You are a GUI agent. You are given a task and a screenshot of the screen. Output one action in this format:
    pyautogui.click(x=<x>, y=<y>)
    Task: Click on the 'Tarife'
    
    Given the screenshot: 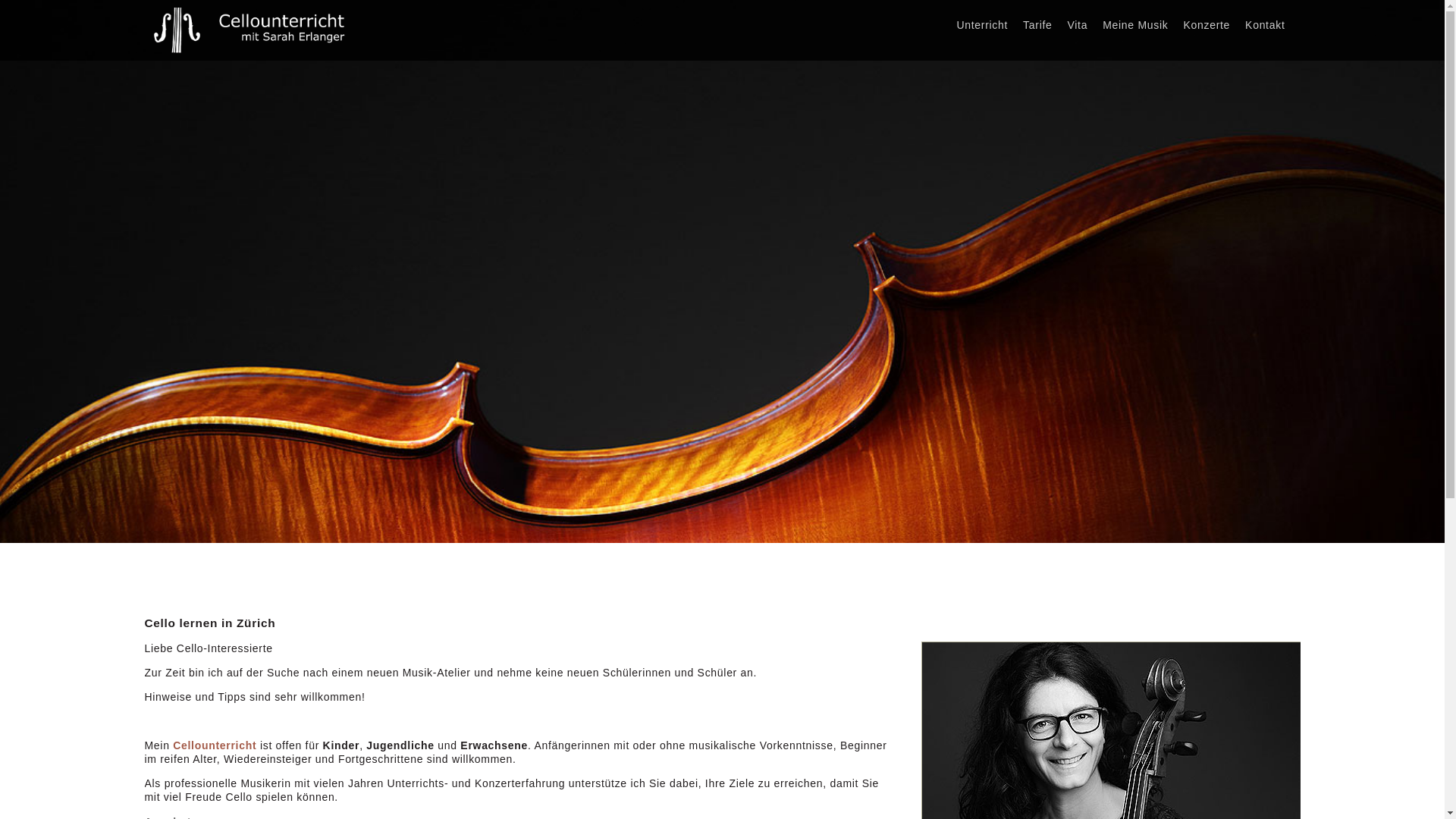 What is the action you would take?
    pyautogui.click(x=1037, y=25)
    